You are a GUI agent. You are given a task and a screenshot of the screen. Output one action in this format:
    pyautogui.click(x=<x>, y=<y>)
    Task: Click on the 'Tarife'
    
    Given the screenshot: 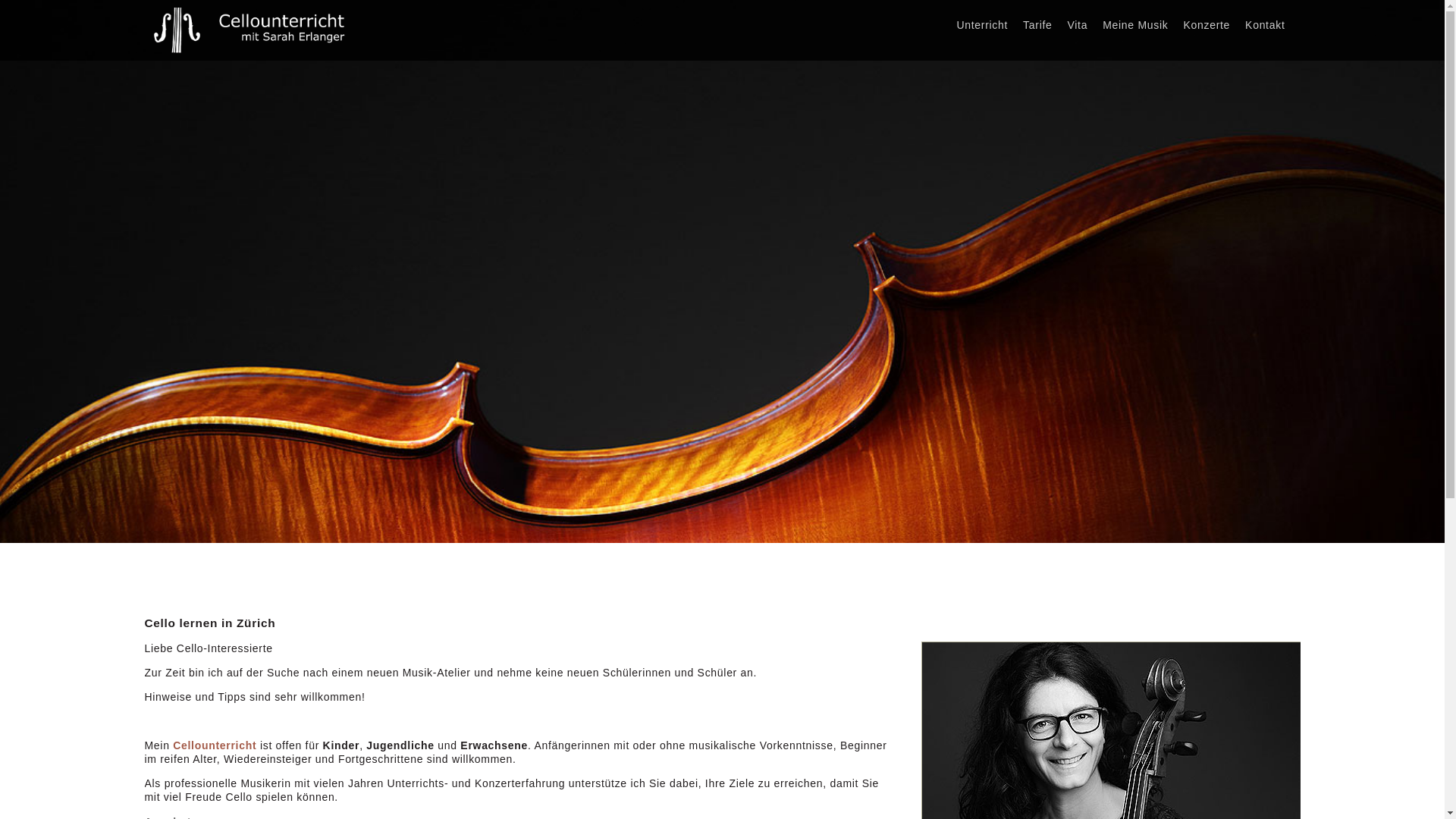 What is the action you would take?
    pyautogui.click(x=1037, y=25)
    